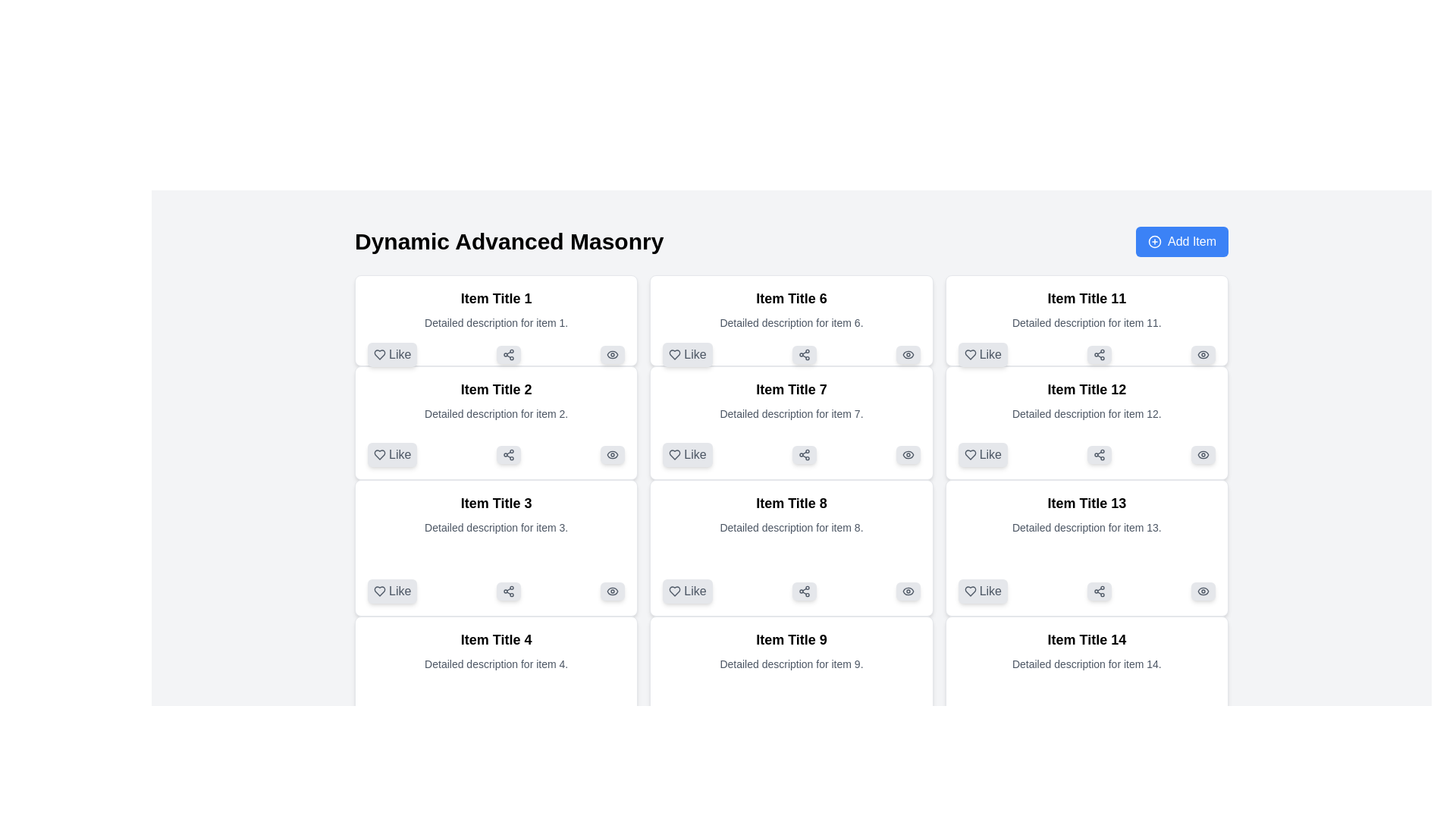 The image size is (1456, 819). What do you see at coordinates (1086, 677) in the screenshot?
I see `the textual content block containing the title 'Item Title 14' and the description 'Detailed description for item 14'` at bounding box center [1086, 677].